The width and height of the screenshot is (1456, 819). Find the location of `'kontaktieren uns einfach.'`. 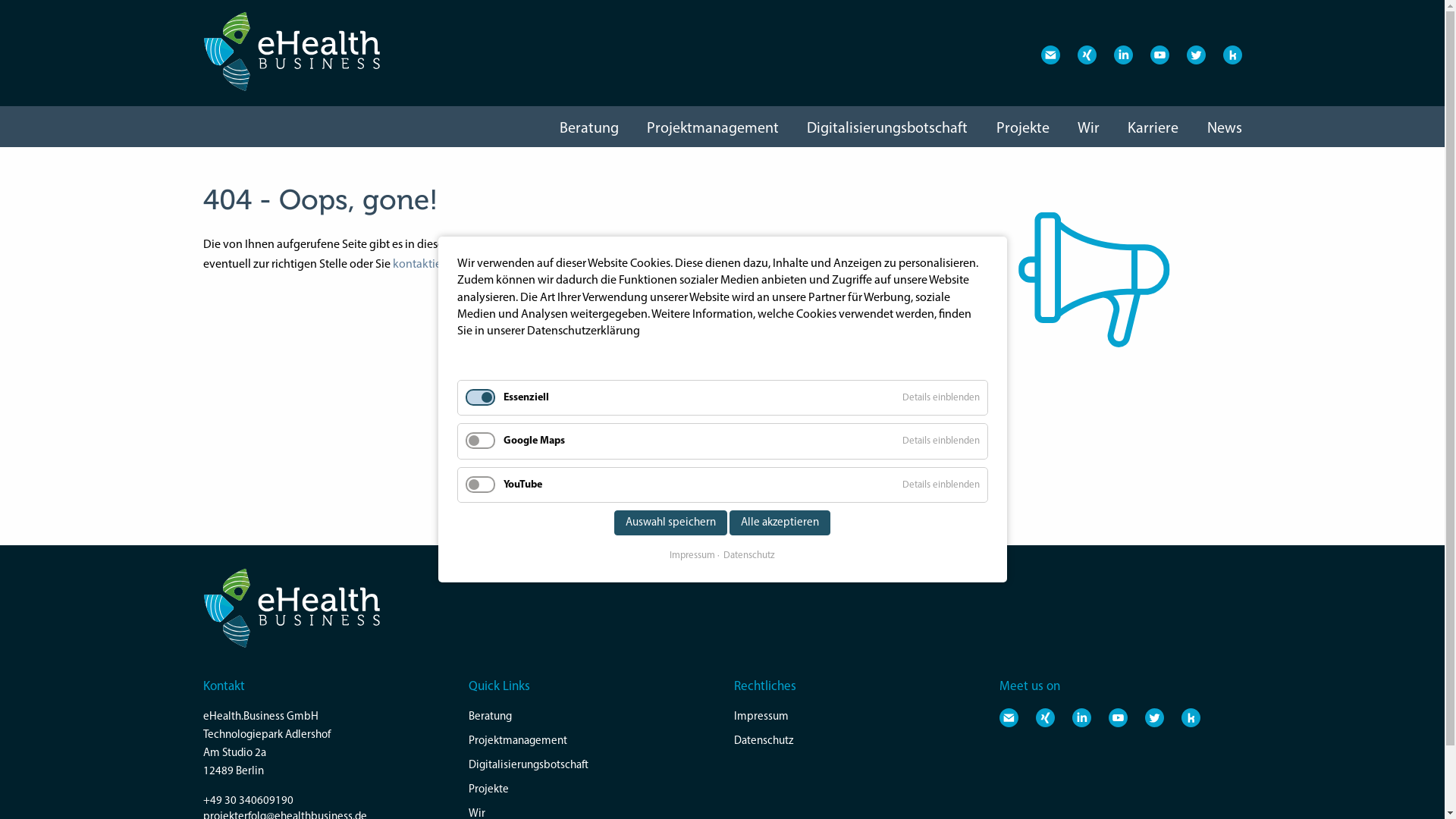

'kontaktieren uns einfach.' is located at coordinates (456, 265).